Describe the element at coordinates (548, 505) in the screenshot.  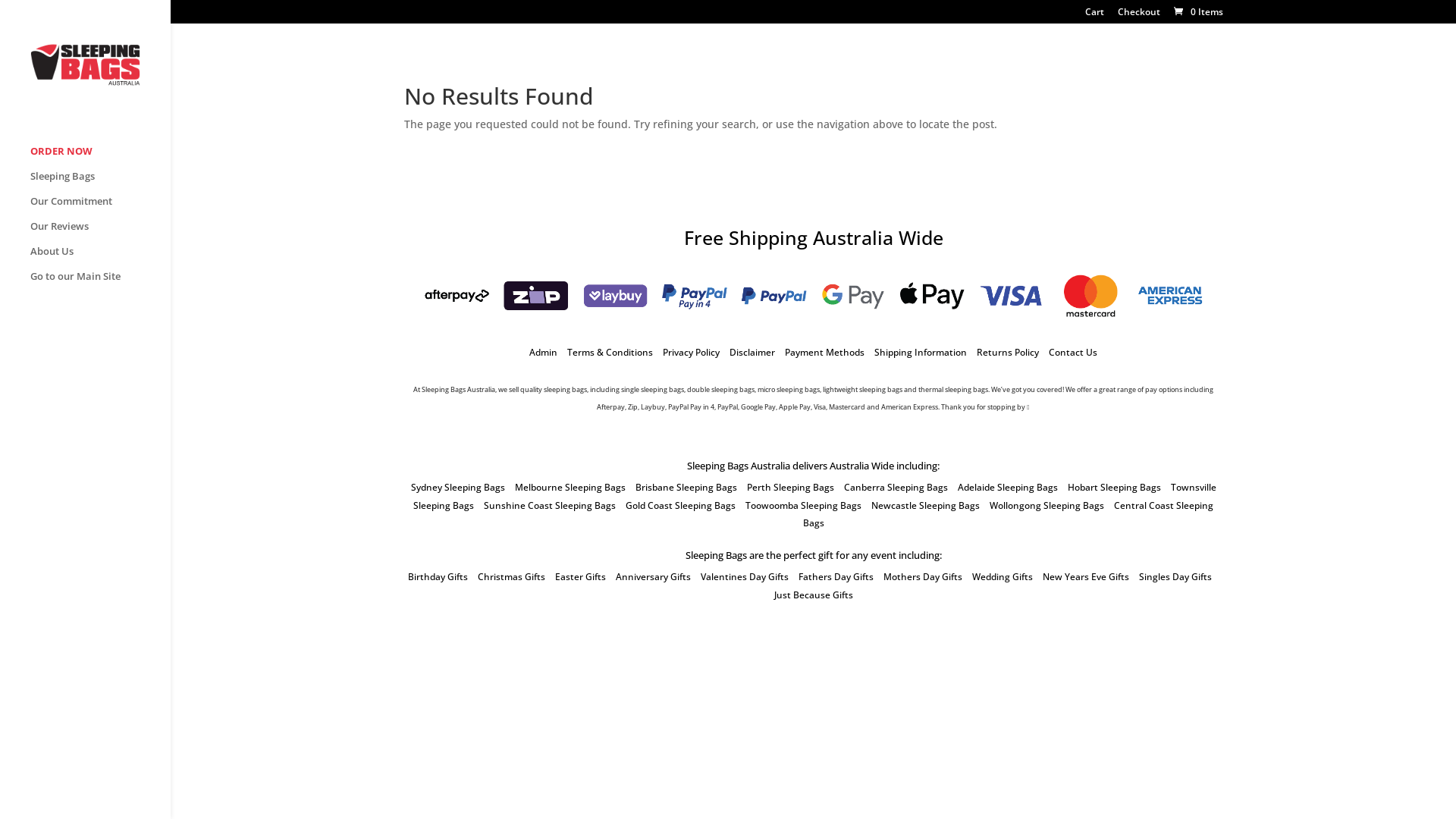
I see `'Sunshine Coast Sleeping Bags'` at that location.